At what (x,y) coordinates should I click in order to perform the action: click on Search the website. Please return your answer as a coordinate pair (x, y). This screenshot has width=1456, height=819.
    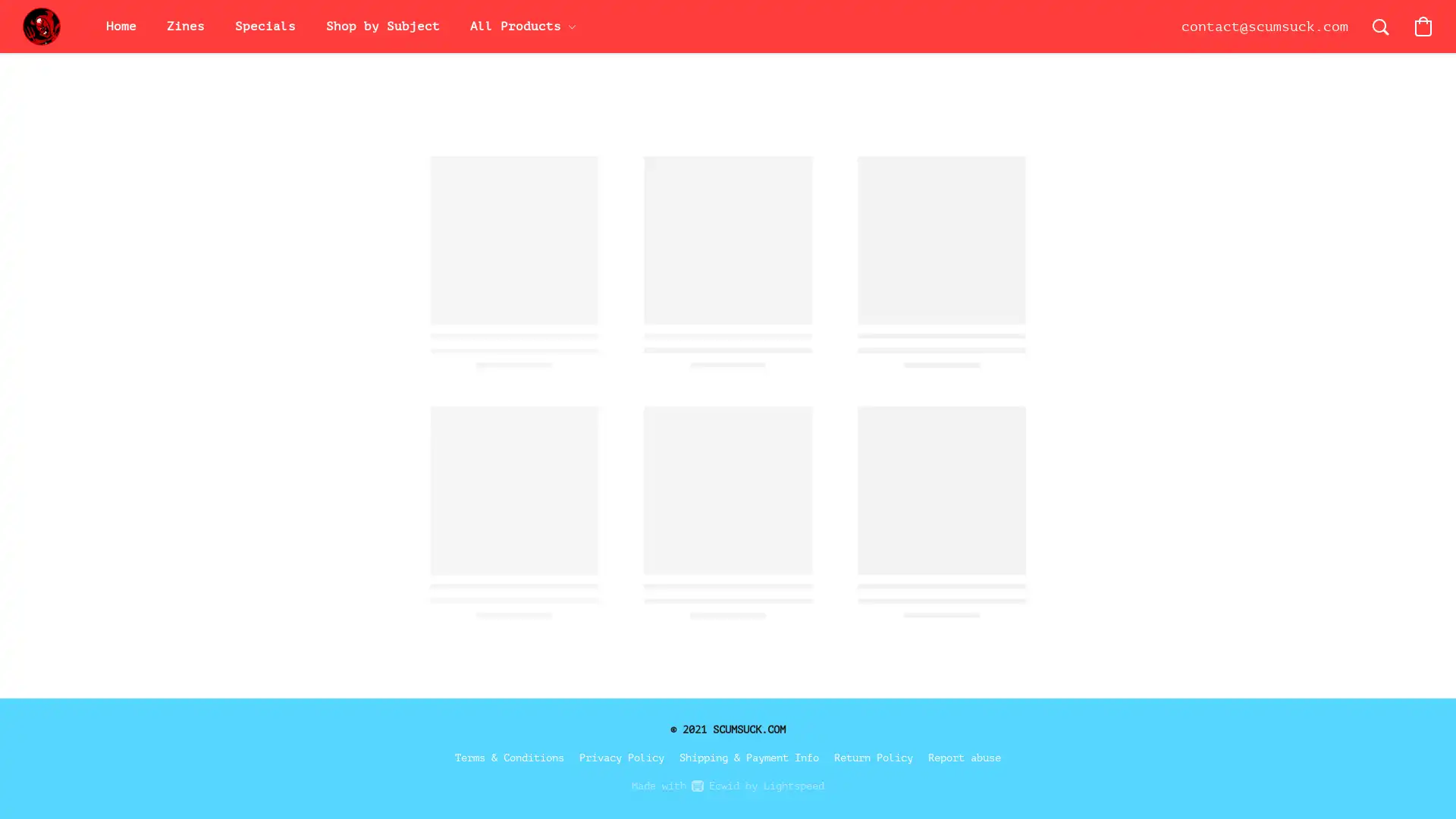
    Looking at the image, I should click on (1380, 26).